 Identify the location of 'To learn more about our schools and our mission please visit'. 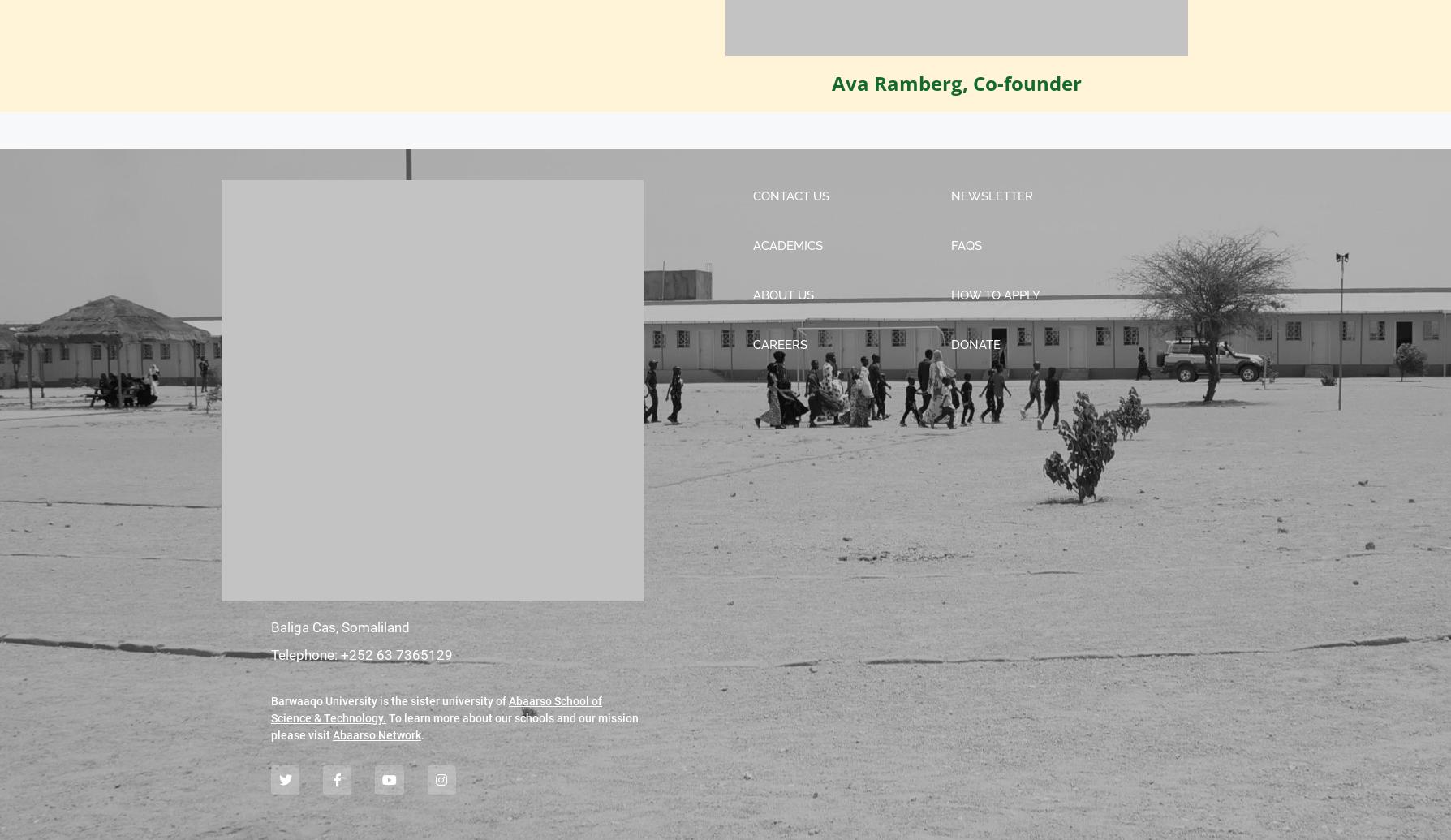
(454, 726).